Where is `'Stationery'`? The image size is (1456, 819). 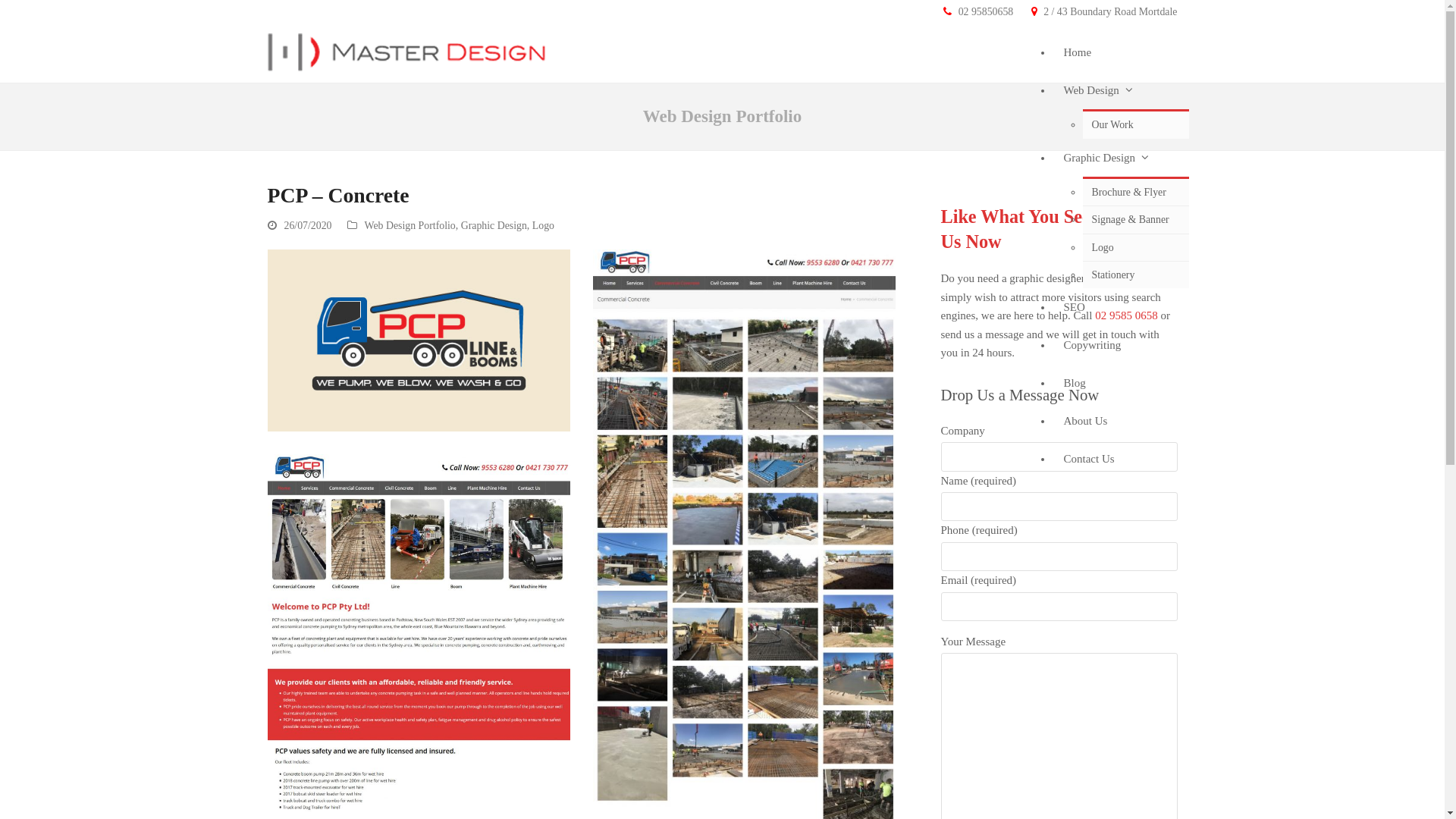
'Stationery' is located at coordinates (1135, 275).